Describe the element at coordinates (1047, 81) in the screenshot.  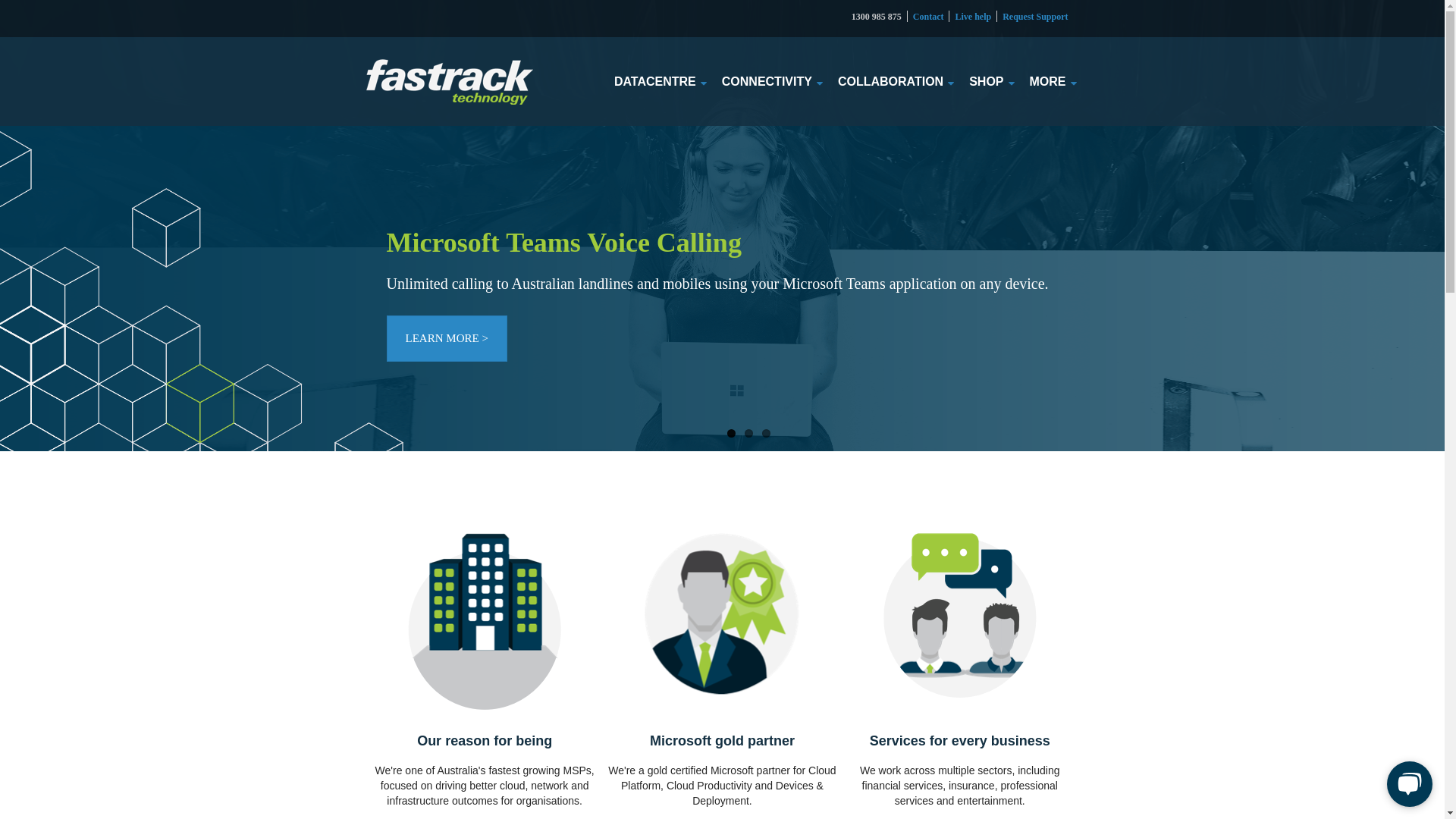
I see `'MORE'` at that location.